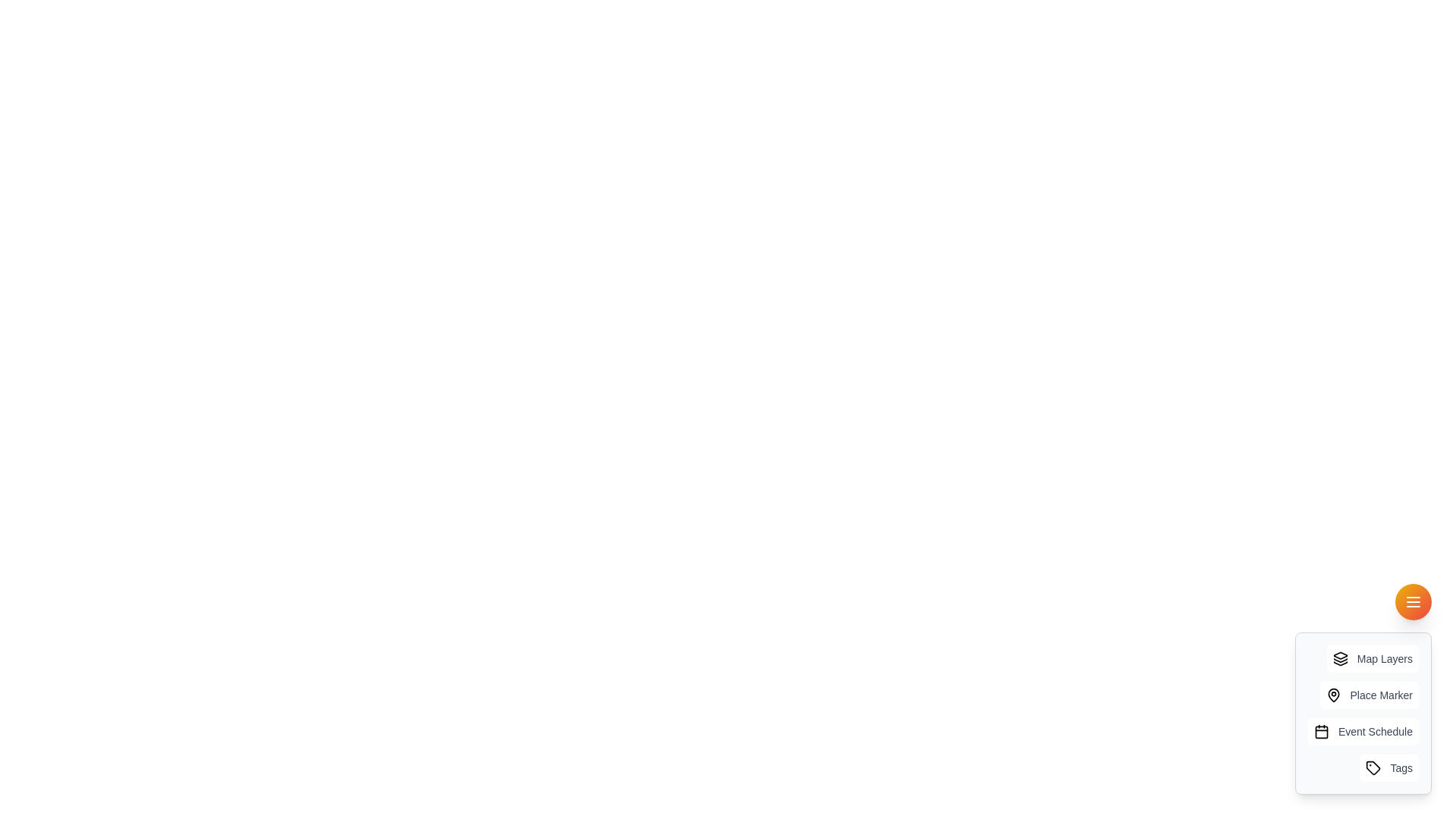  I want to click on the 'Event Schedule' item in the menu, so click(1362, 730).